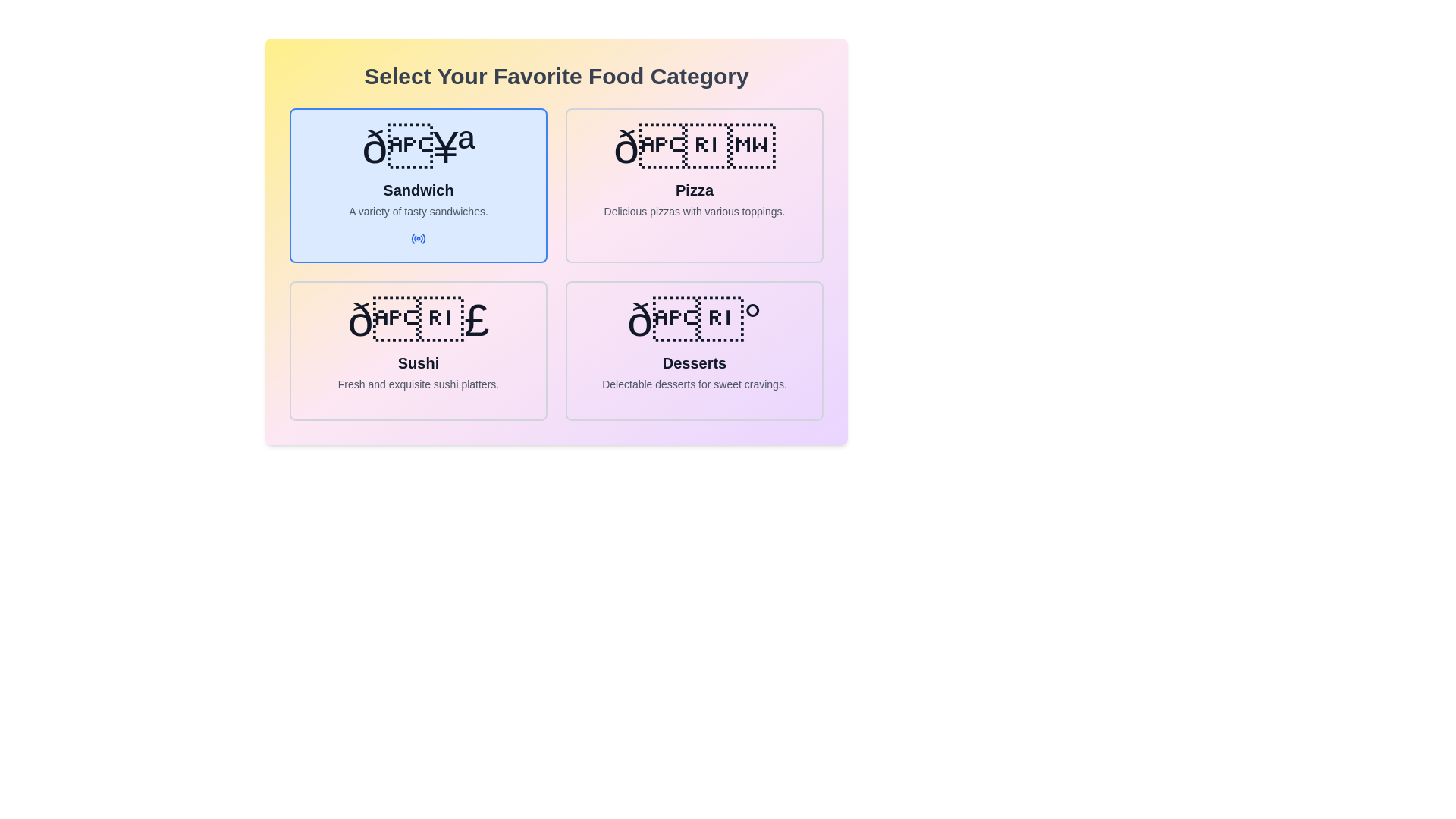 The image size is (1456, 819). Describe the element at coordinates (694, 350) in the screenshot. I see `the 'Desserts' Selection Card, which is the fourth card in a grid of four, located in the bottom-right corner of the interface` at that location.